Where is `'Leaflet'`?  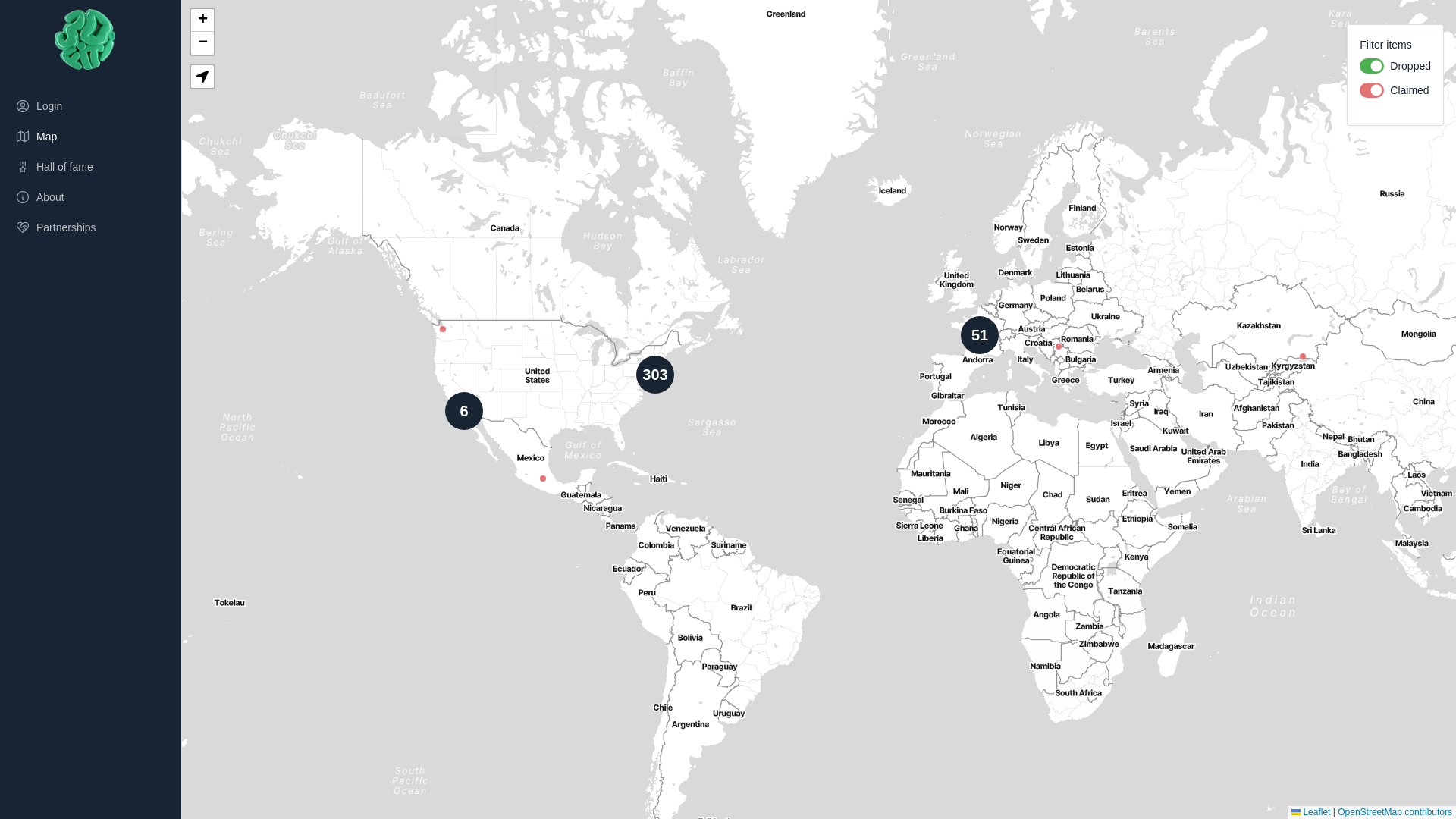 'Leaflet' is located at coordinates (1291, 811).